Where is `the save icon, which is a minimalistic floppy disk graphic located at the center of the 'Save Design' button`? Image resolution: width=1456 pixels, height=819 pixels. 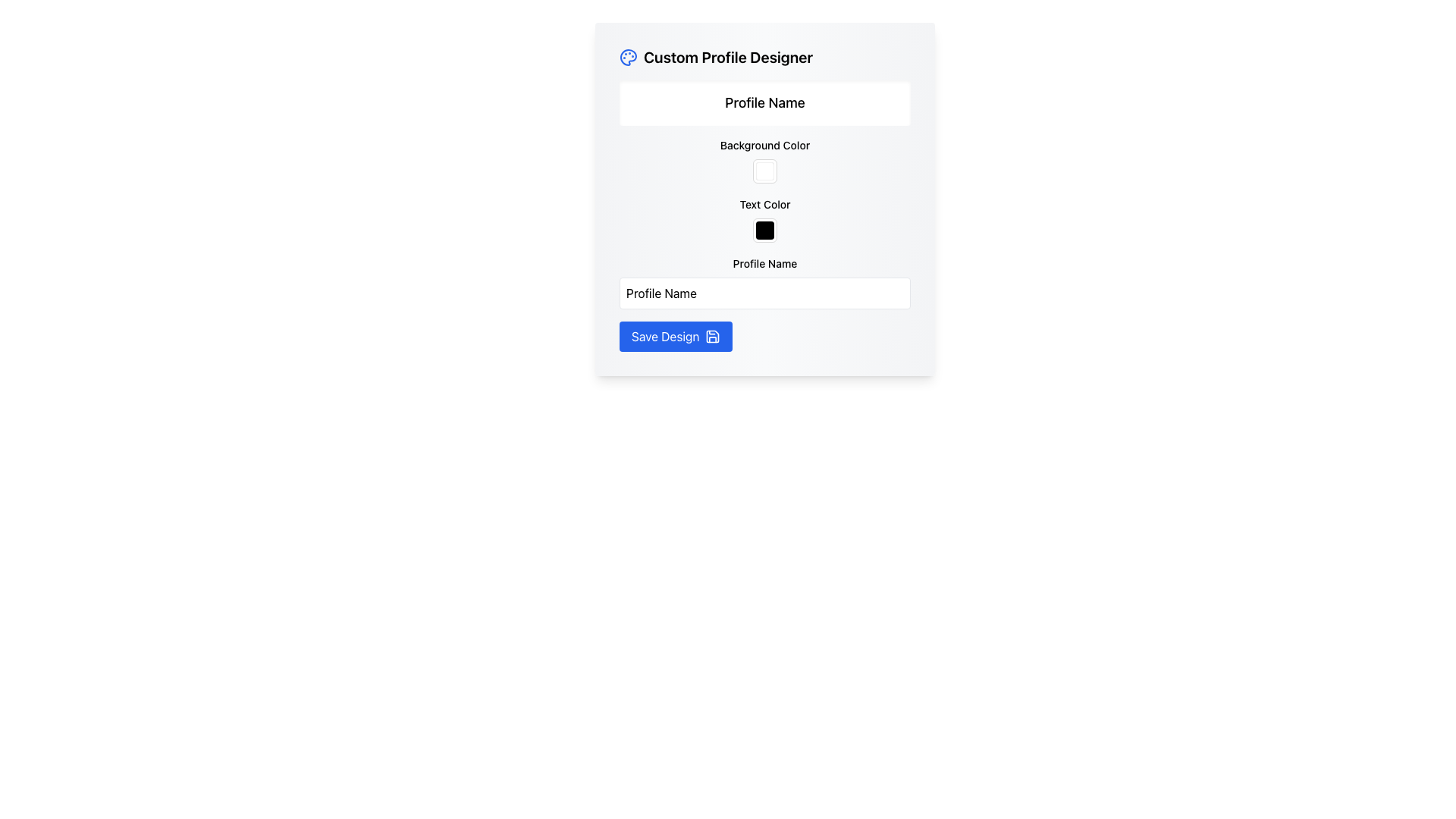
the save icon, which is a minimalistic floppy disk graphic located at the center of the 'Save Design' button is located at coordinates (712, 335).